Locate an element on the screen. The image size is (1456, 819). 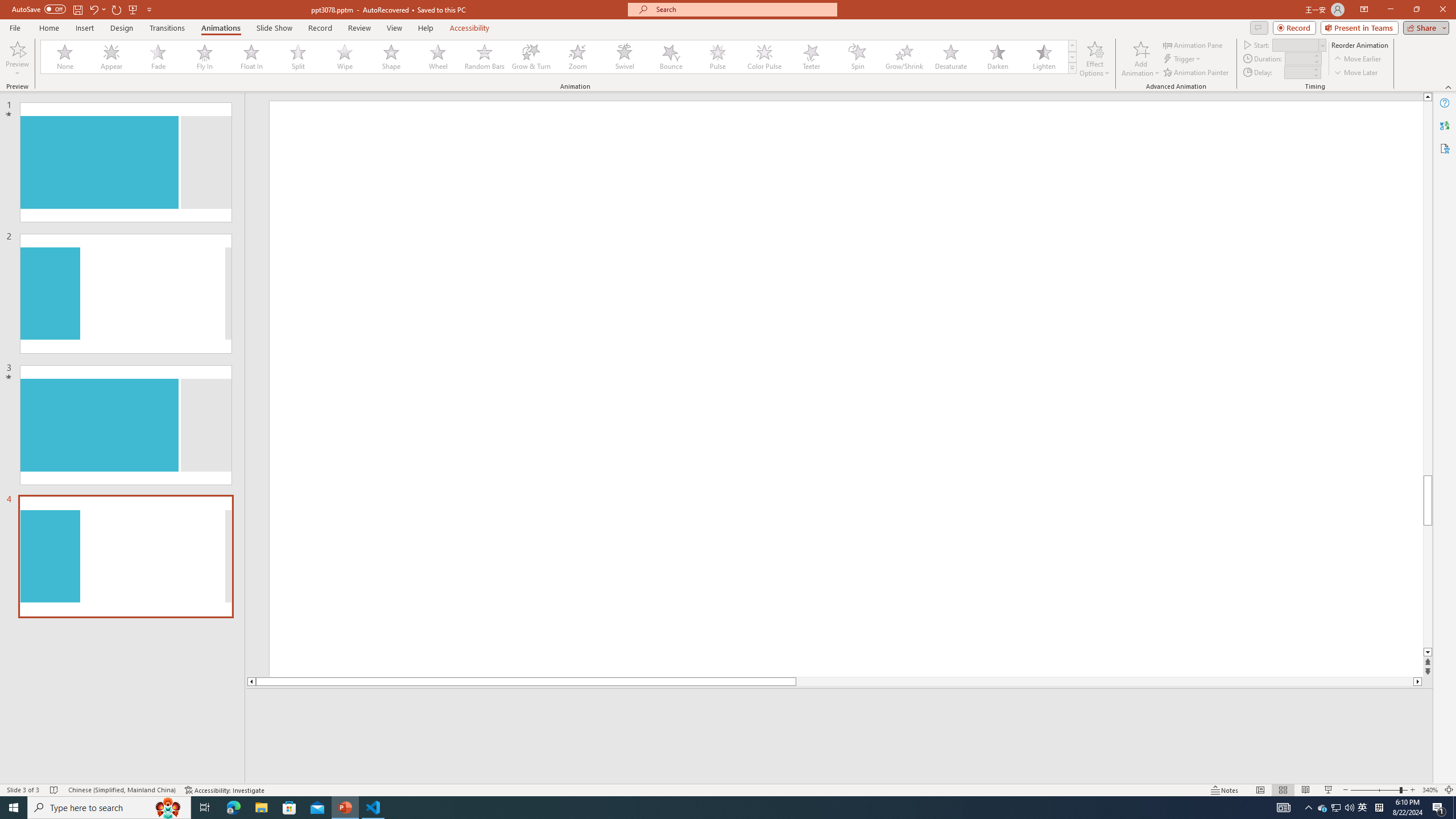
'Record' is located at coordinates (320, 28).